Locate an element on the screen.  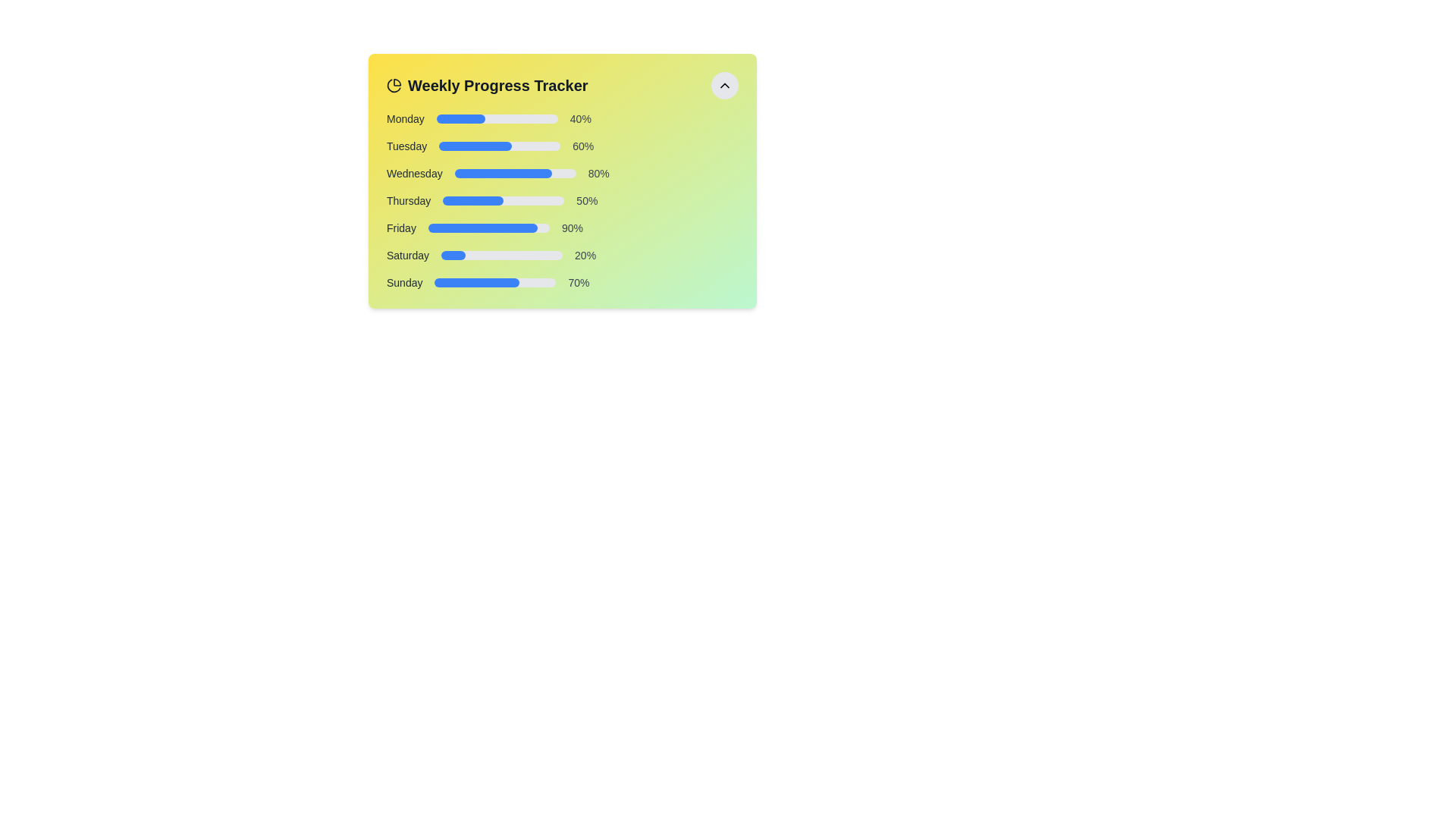
the completion status of the progress bar segment representing 'Monday' in the weekly progress tracker is located at coordinates (460, 118).